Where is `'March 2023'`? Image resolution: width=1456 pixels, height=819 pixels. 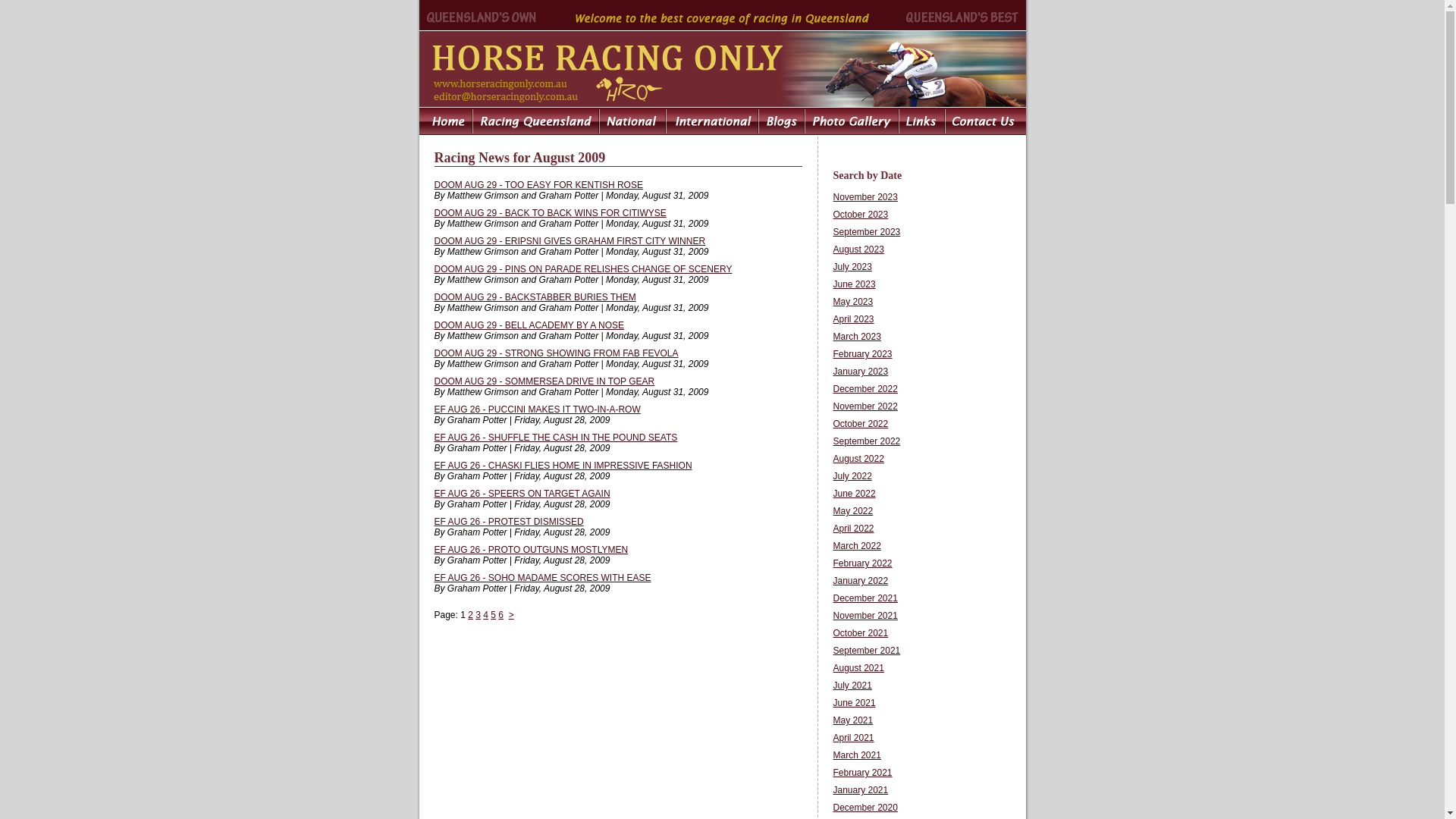
'March 2023' is located at coordinates (856, 335).